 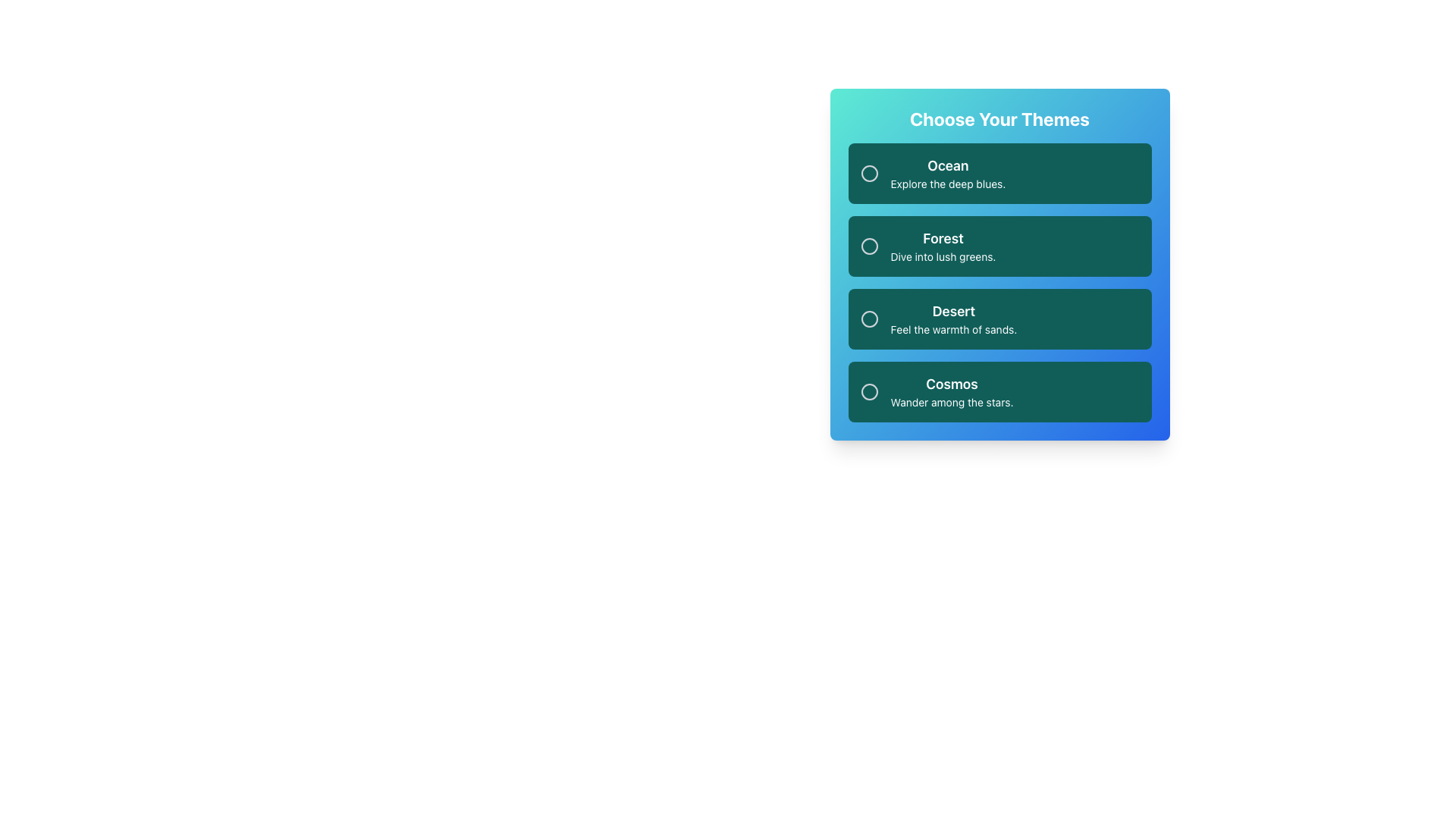 What do you see at coordinates (942, 239) in the screenshot?
I see `the 'Forest' text label` at bounding box center [942, 239].